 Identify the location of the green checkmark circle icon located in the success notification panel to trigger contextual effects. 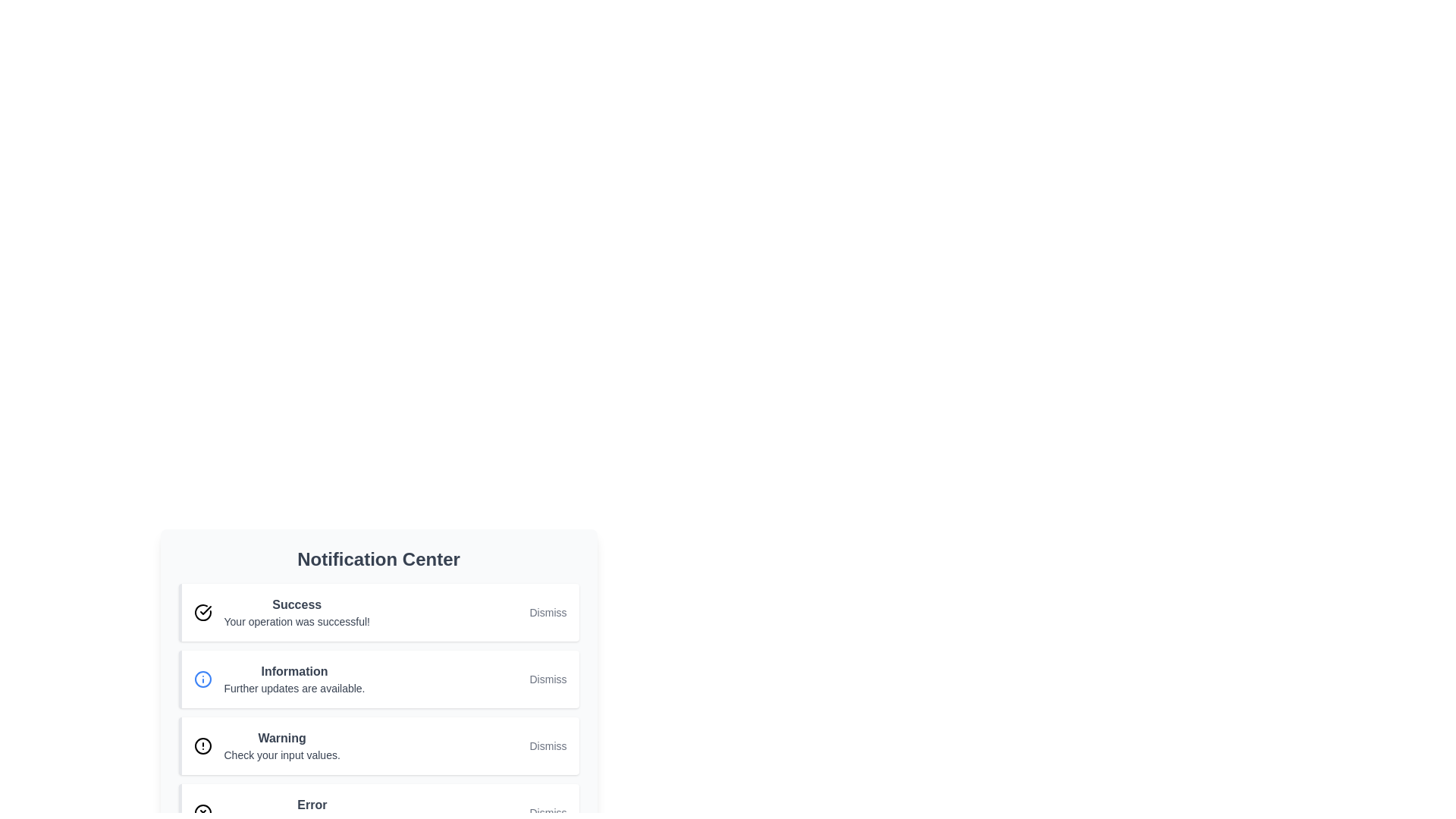
(202, 611).